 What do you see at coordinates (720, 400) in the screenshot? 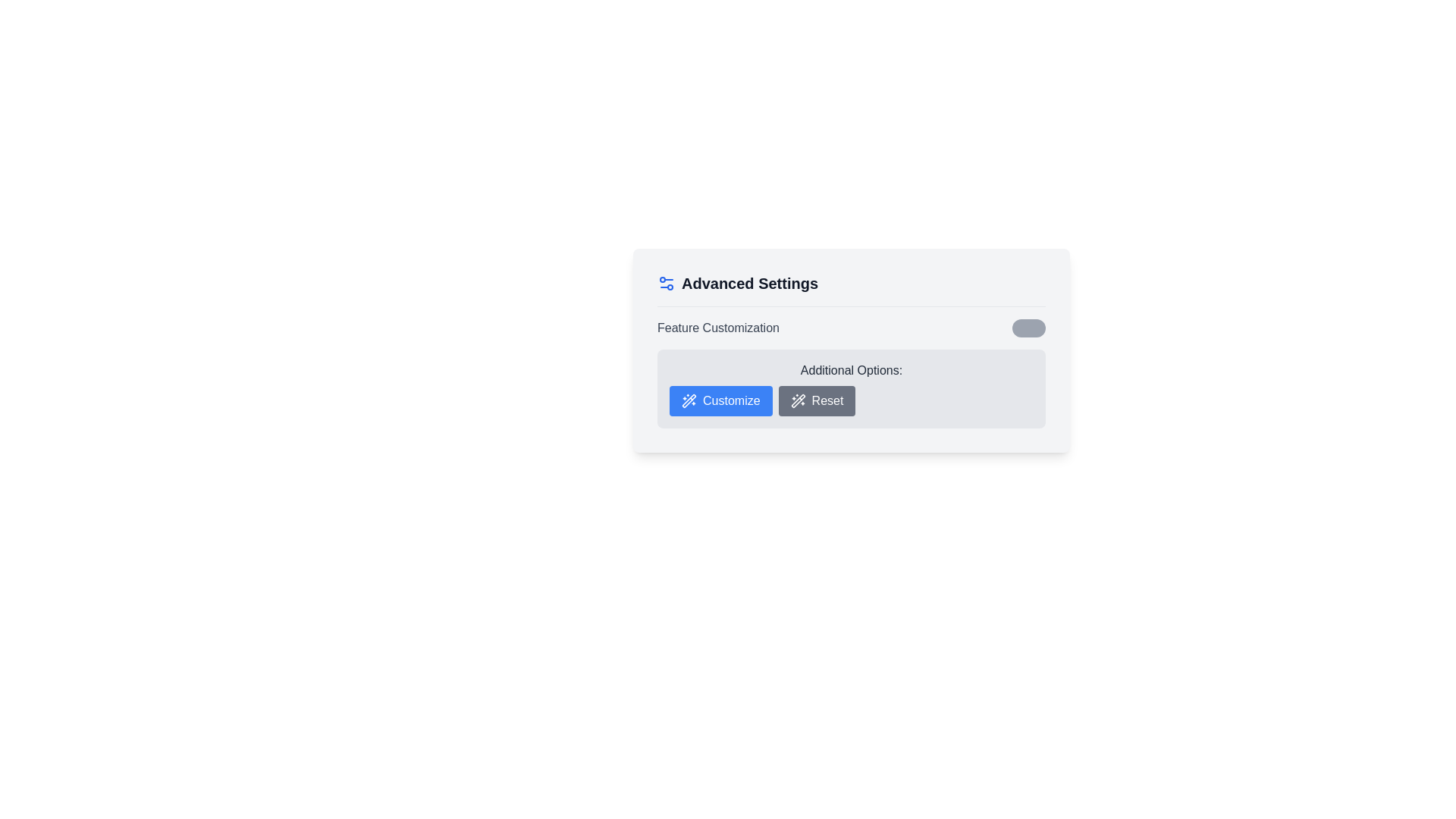
I see `the 'Customize' button, which is a blue rectangular button with white text and a wand icon, located in the 'Advanced Settings' section` at bounding box center [720, 400].